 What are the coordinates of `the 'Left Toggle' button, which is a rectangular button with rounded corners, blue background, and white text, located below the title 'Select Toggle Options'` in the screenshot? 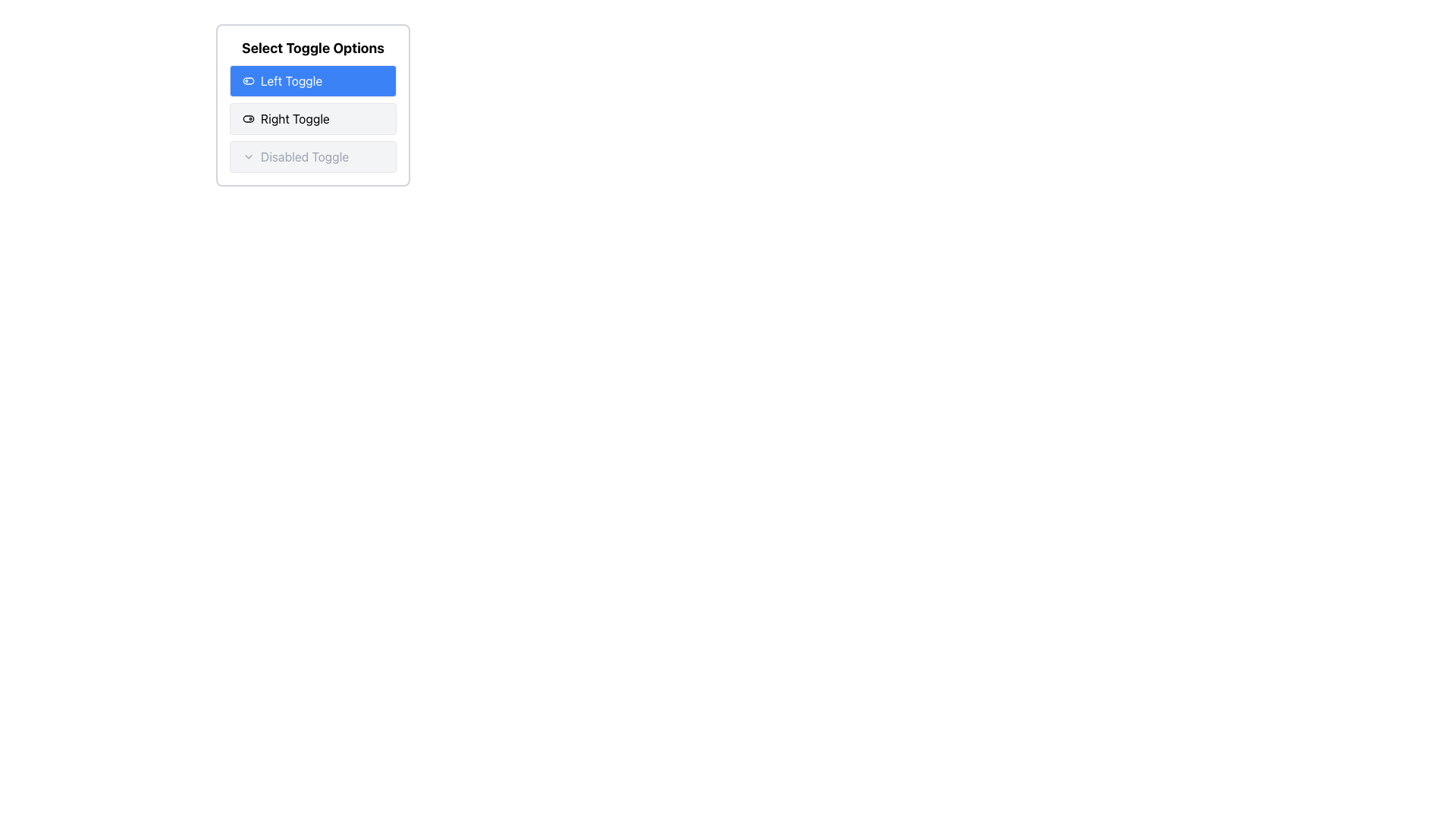 It's located at (312, 81).